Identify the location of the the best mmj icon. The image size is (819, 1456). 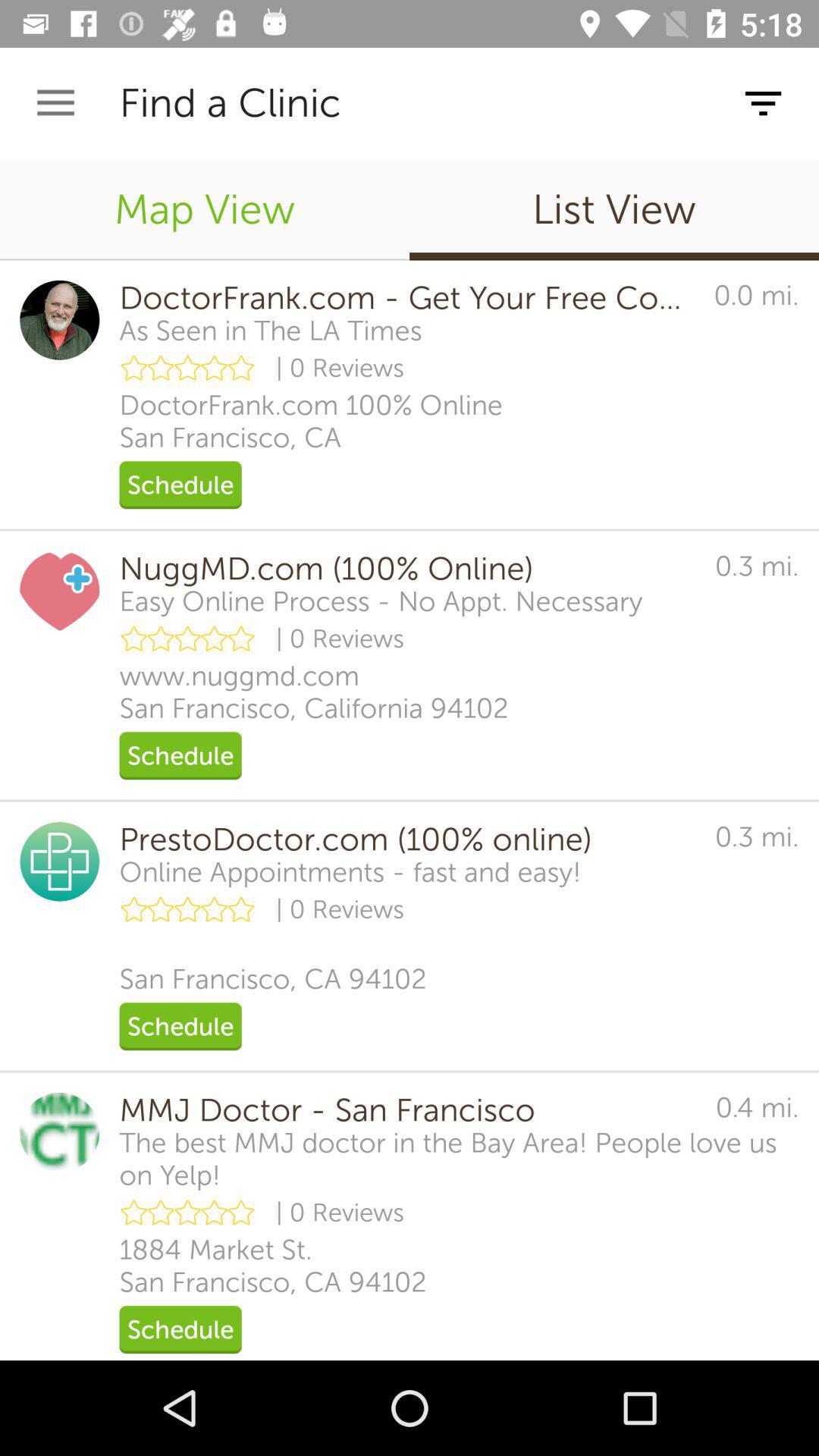
(458, 1158).